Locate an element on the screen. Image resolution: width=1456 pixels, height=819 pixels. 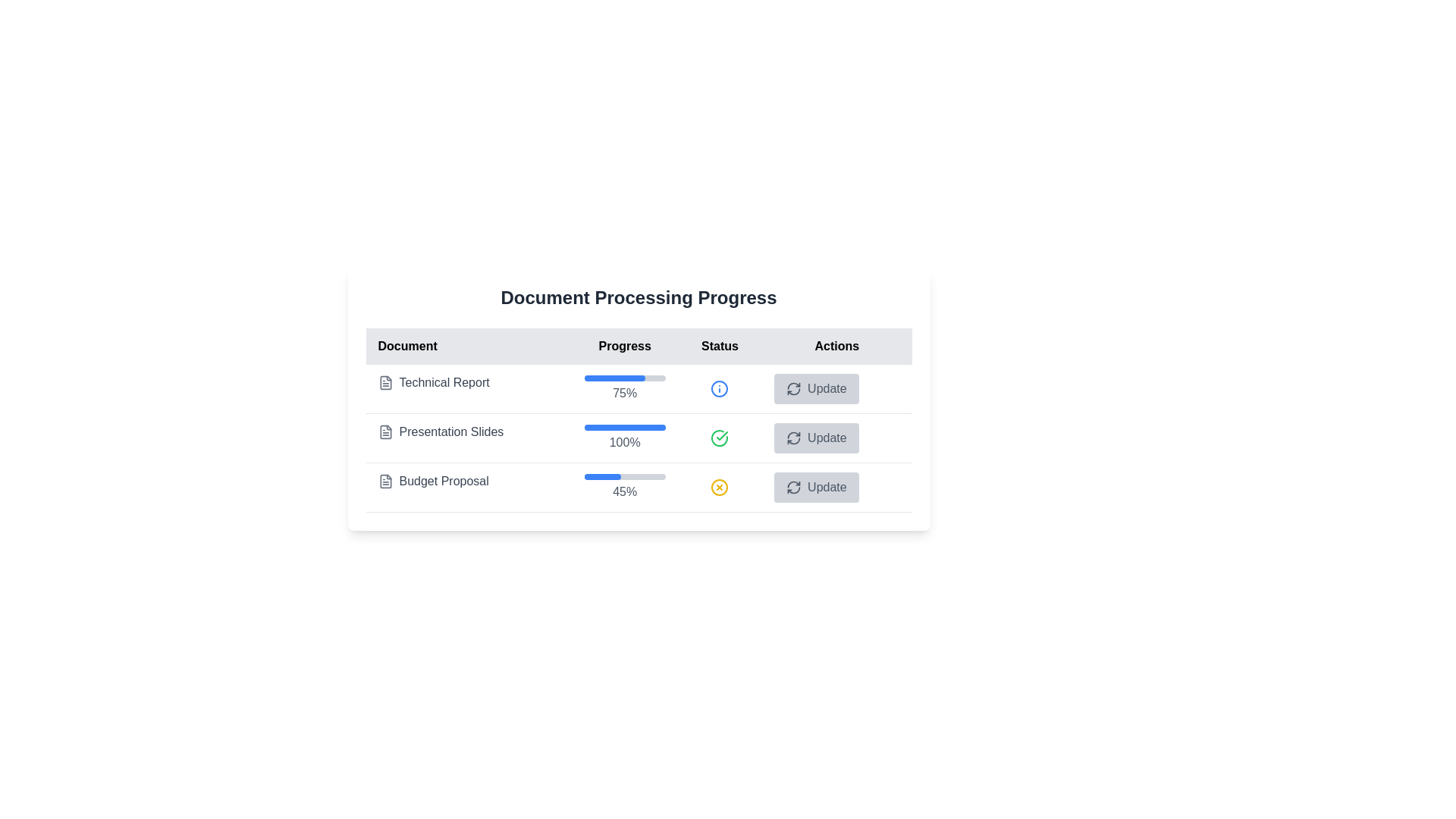
the refresh icon button located is located at coordinates (793, 438).